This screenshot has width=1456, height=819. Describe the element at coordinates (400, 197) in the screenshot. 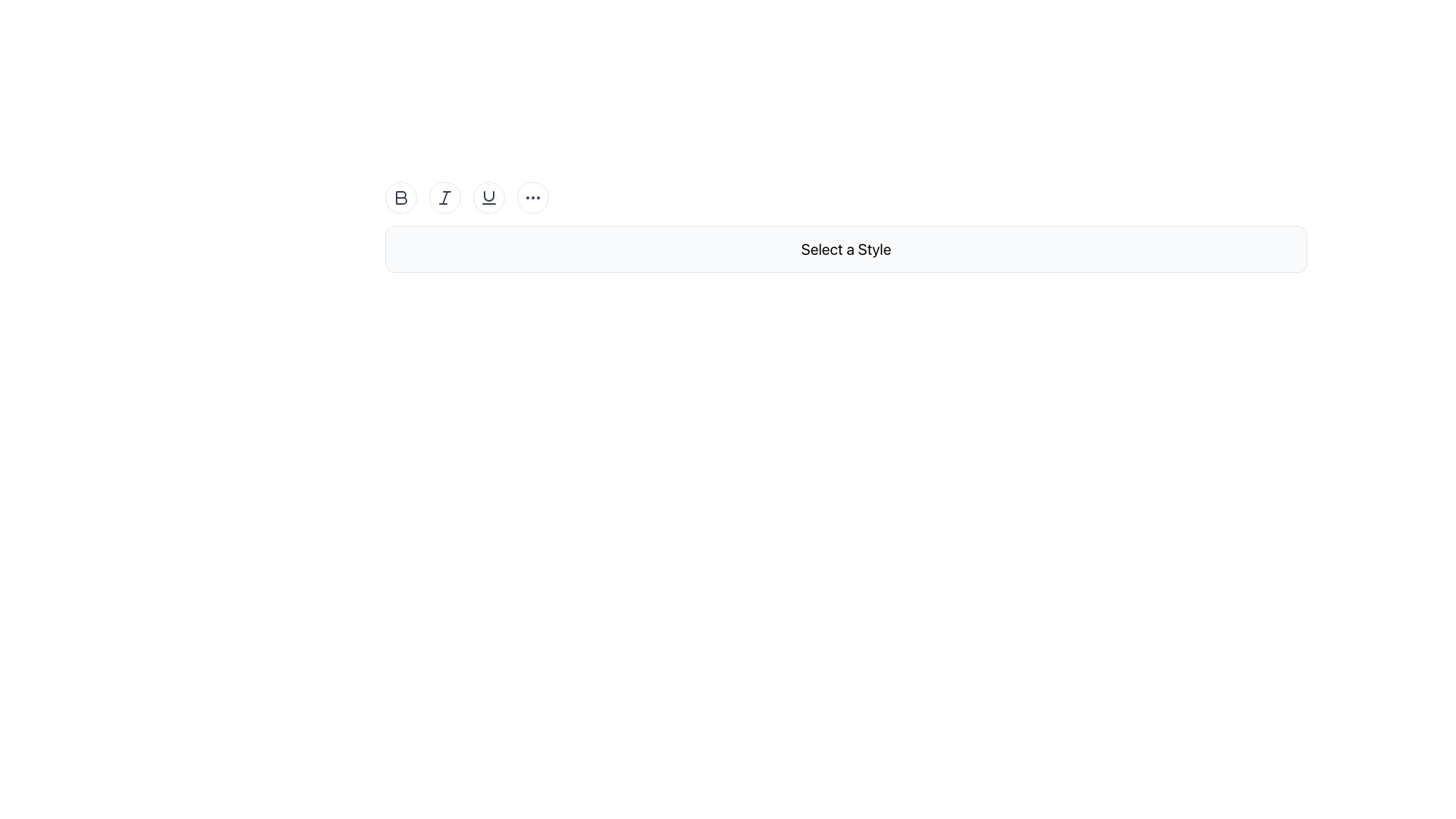

I see `the first button in the horizontal sequence of circular buttons located in the top-left section of the interface to visualize the hover effect` at that location.